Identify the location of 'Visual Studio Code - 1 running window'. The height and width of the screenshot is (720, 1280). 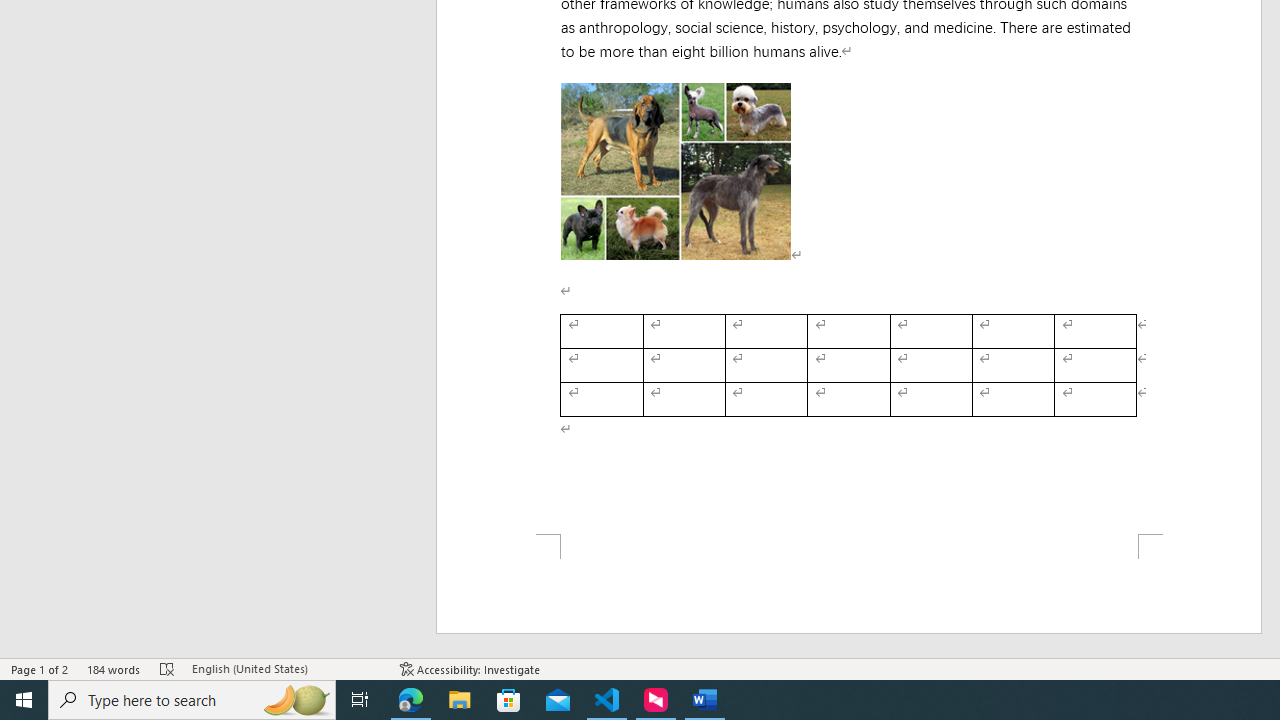
(606, 698).